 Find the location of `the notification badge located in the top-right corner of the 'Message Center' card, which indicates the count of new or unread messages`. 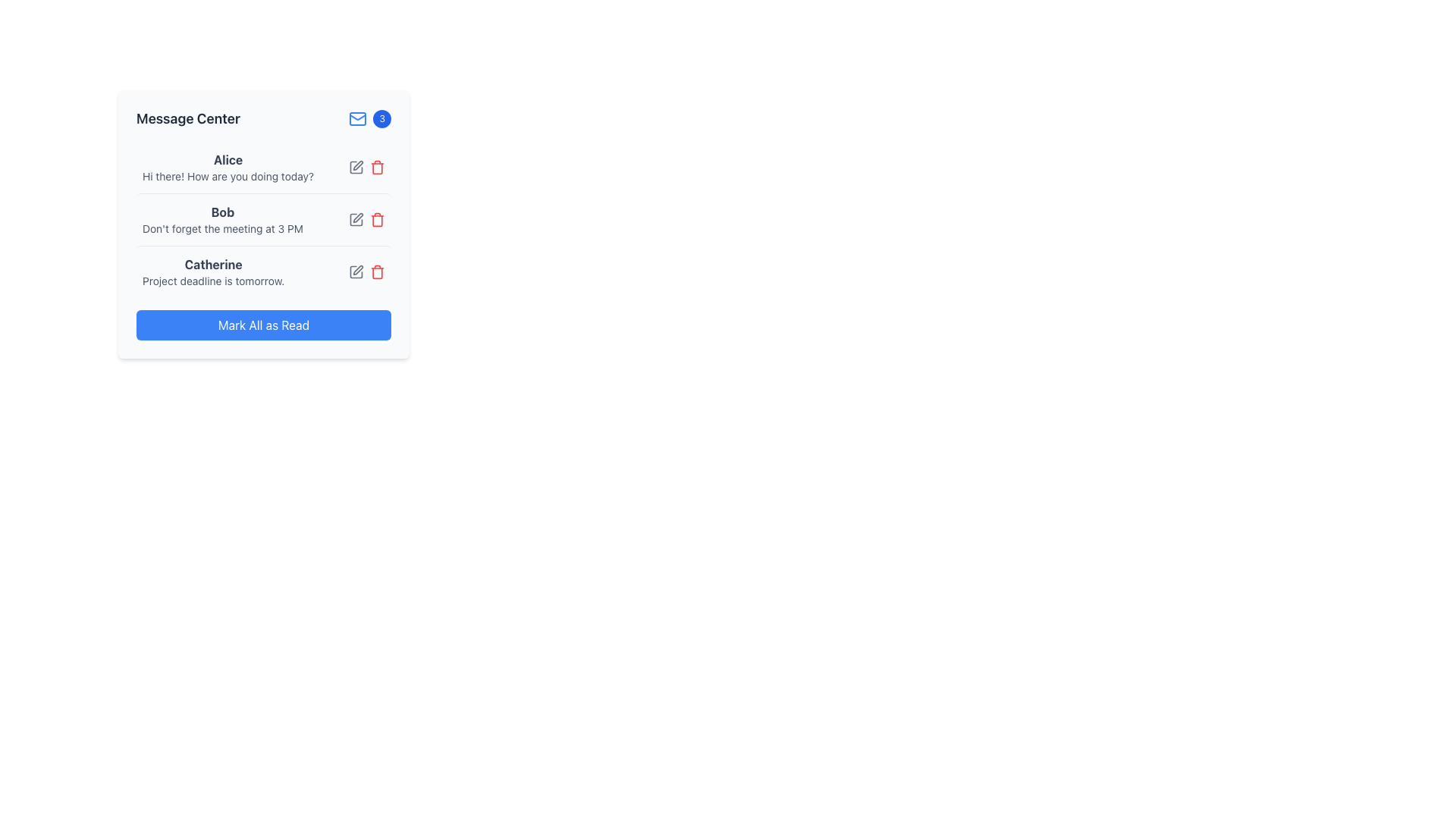

the notification badge located in the top-right corner of the 'Message Center' card, which indicates the count of new or unread messages is located at coordinates (382, 118).